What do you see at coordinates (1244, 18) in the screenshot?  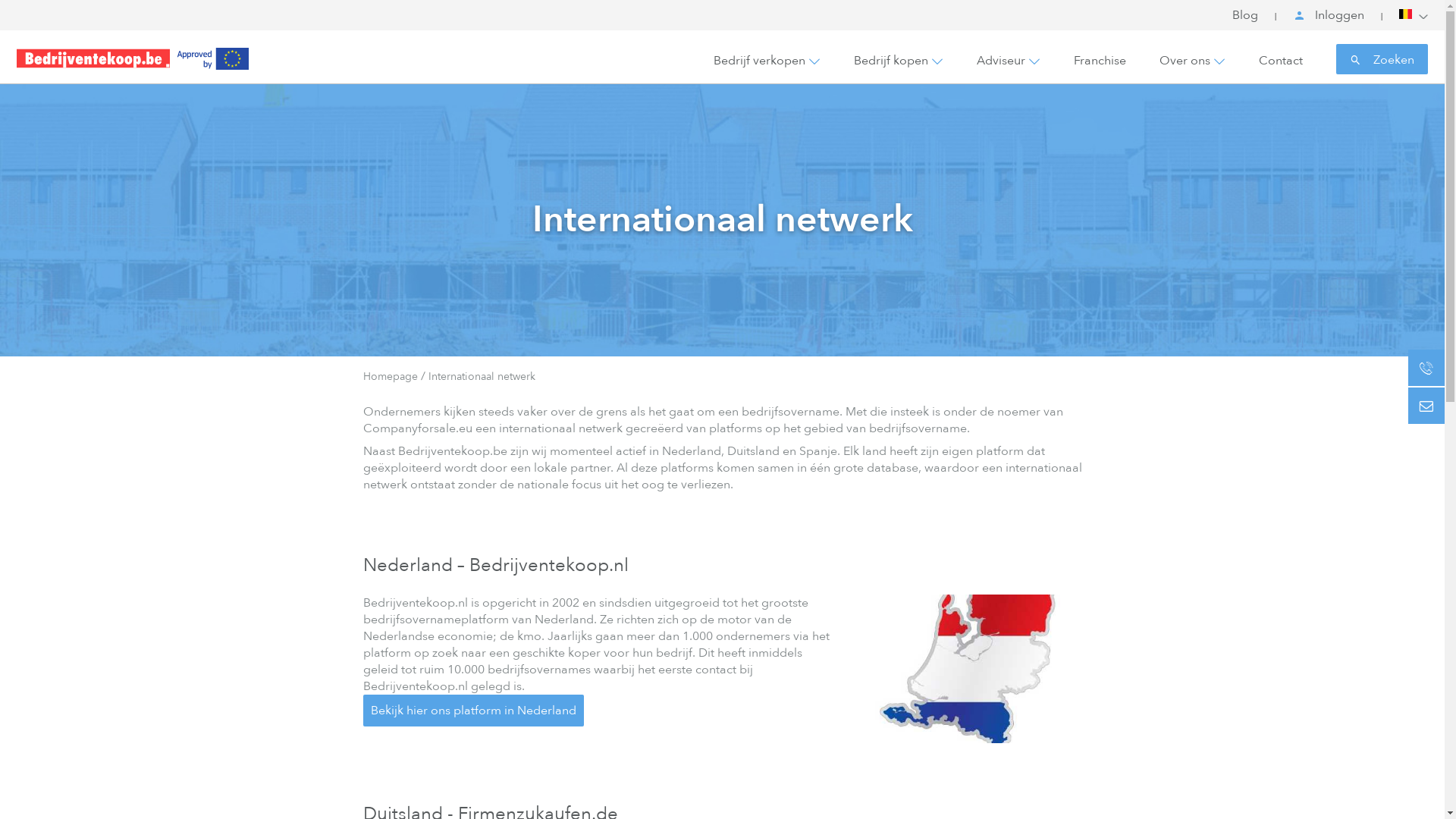 I see `'Blog'` at bounding box center [1244, 18].